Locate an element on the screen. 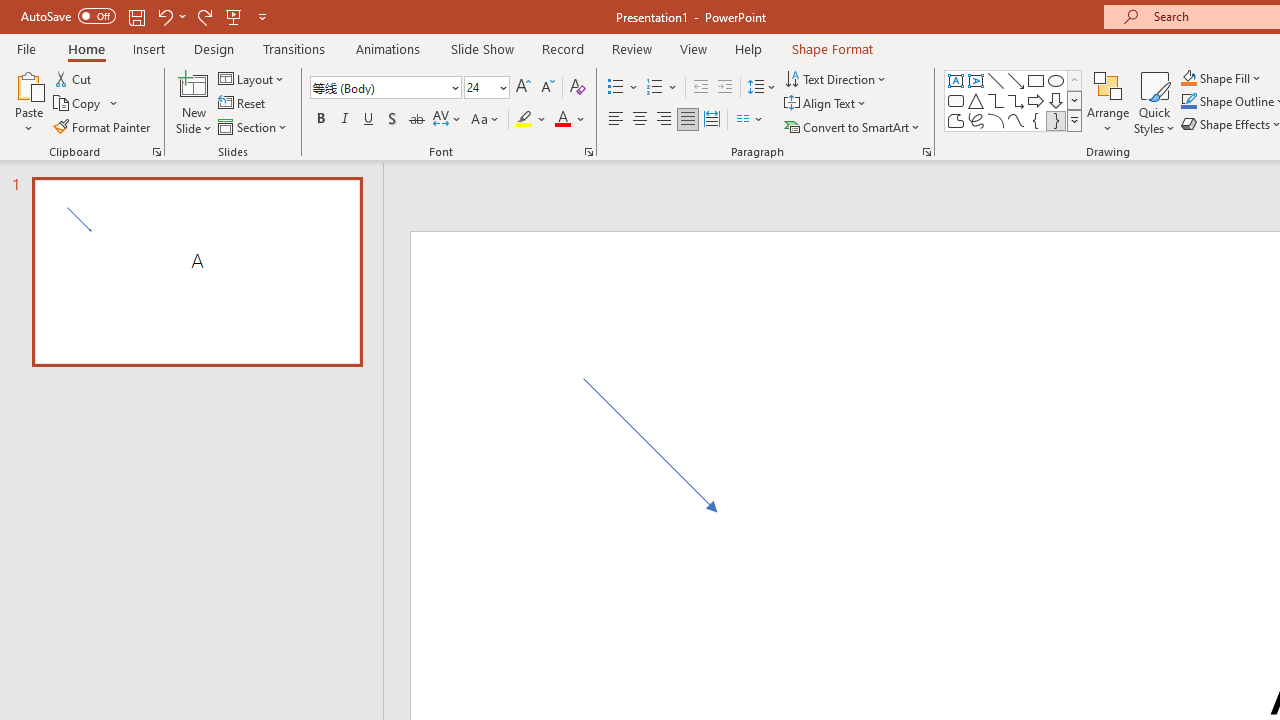  'Change Case' is located at coordinates (486, 119).